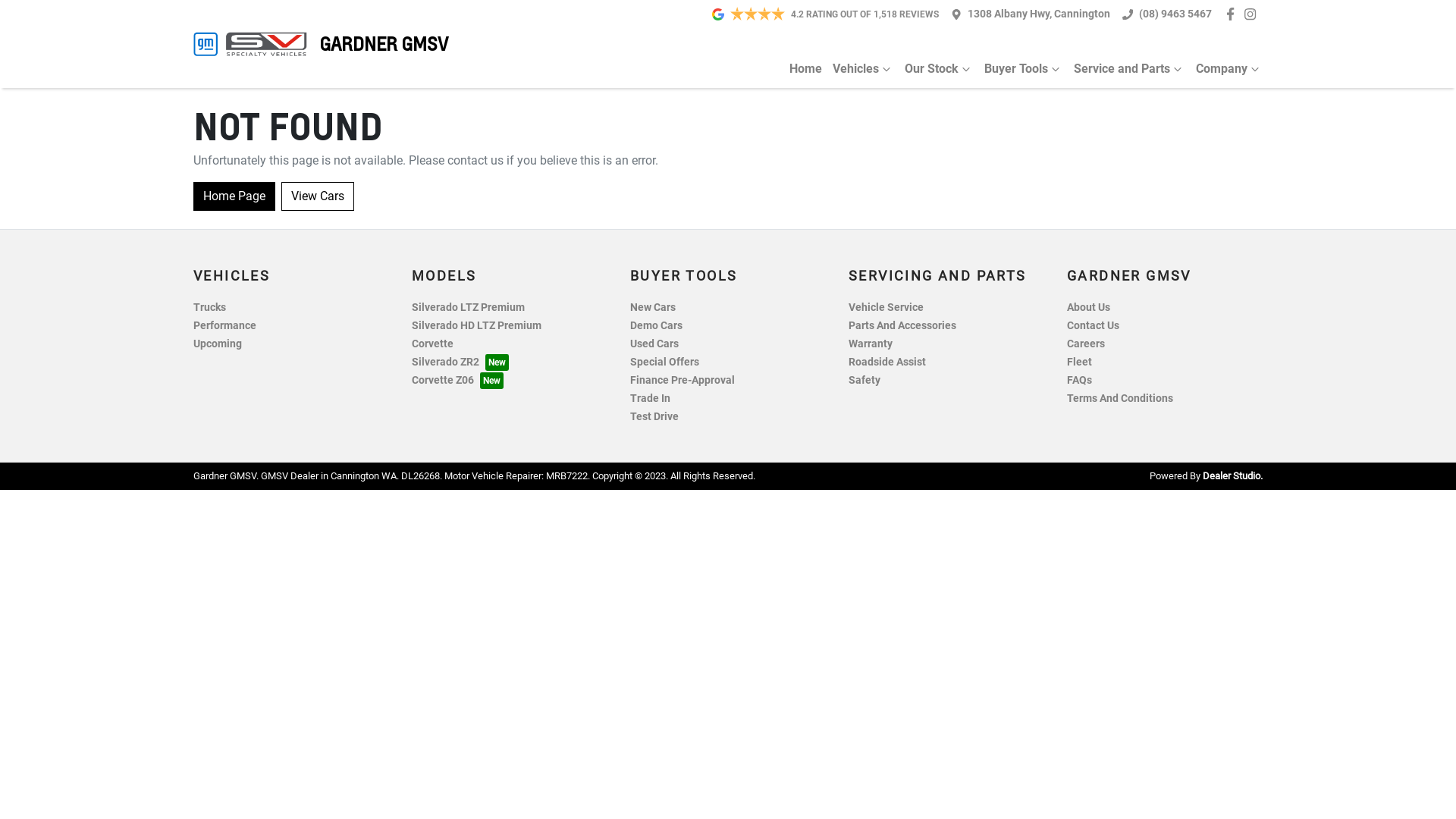  What do you see at coordinates (629, 362) in the screenshot?
I see `'Special Offers'` at bounding box center [629, 362].